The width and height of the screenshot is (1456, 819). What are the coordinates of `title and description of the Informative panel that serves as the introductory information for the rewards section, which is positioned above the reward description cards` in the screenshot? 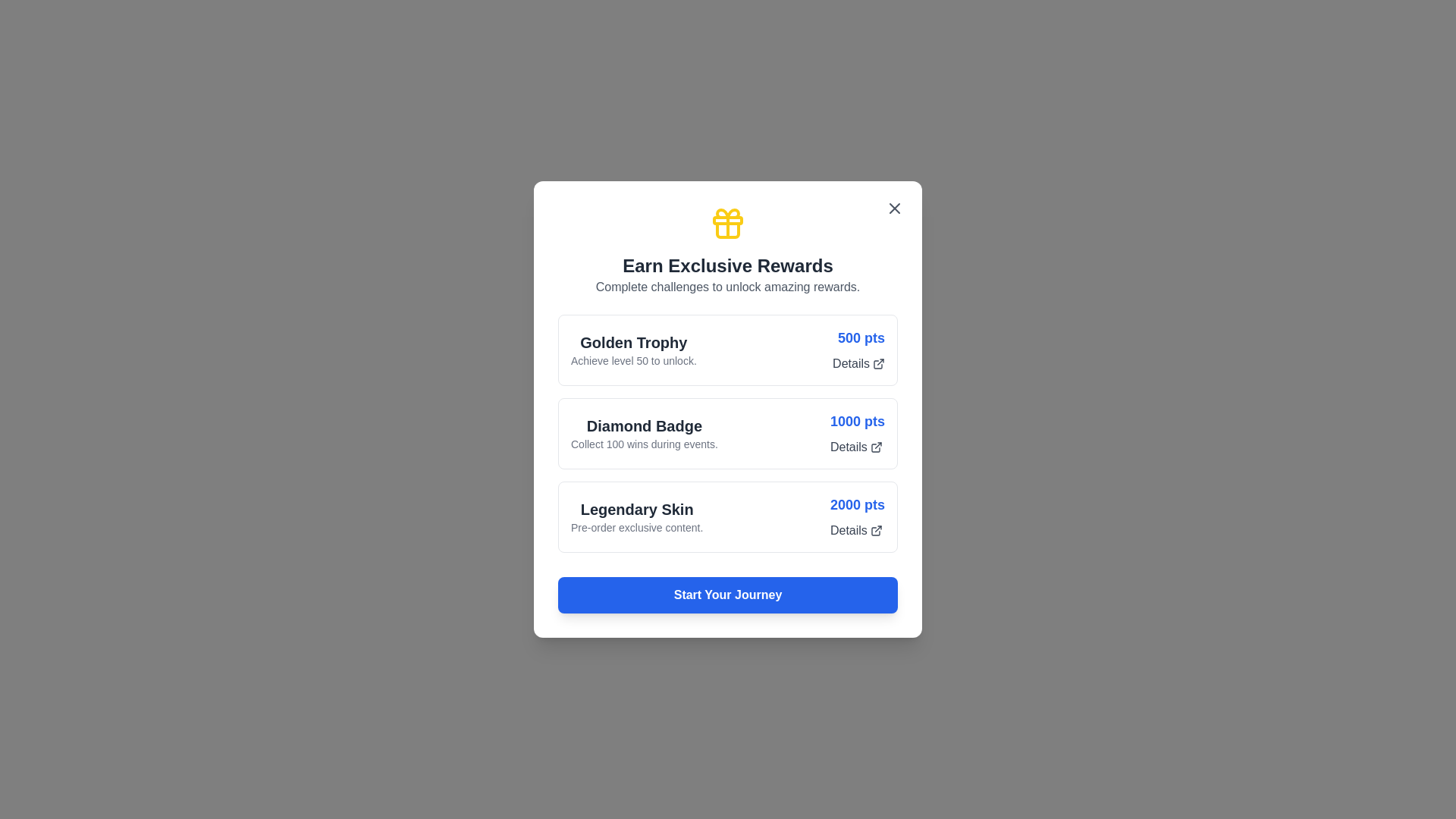 It's located at (728, 250).